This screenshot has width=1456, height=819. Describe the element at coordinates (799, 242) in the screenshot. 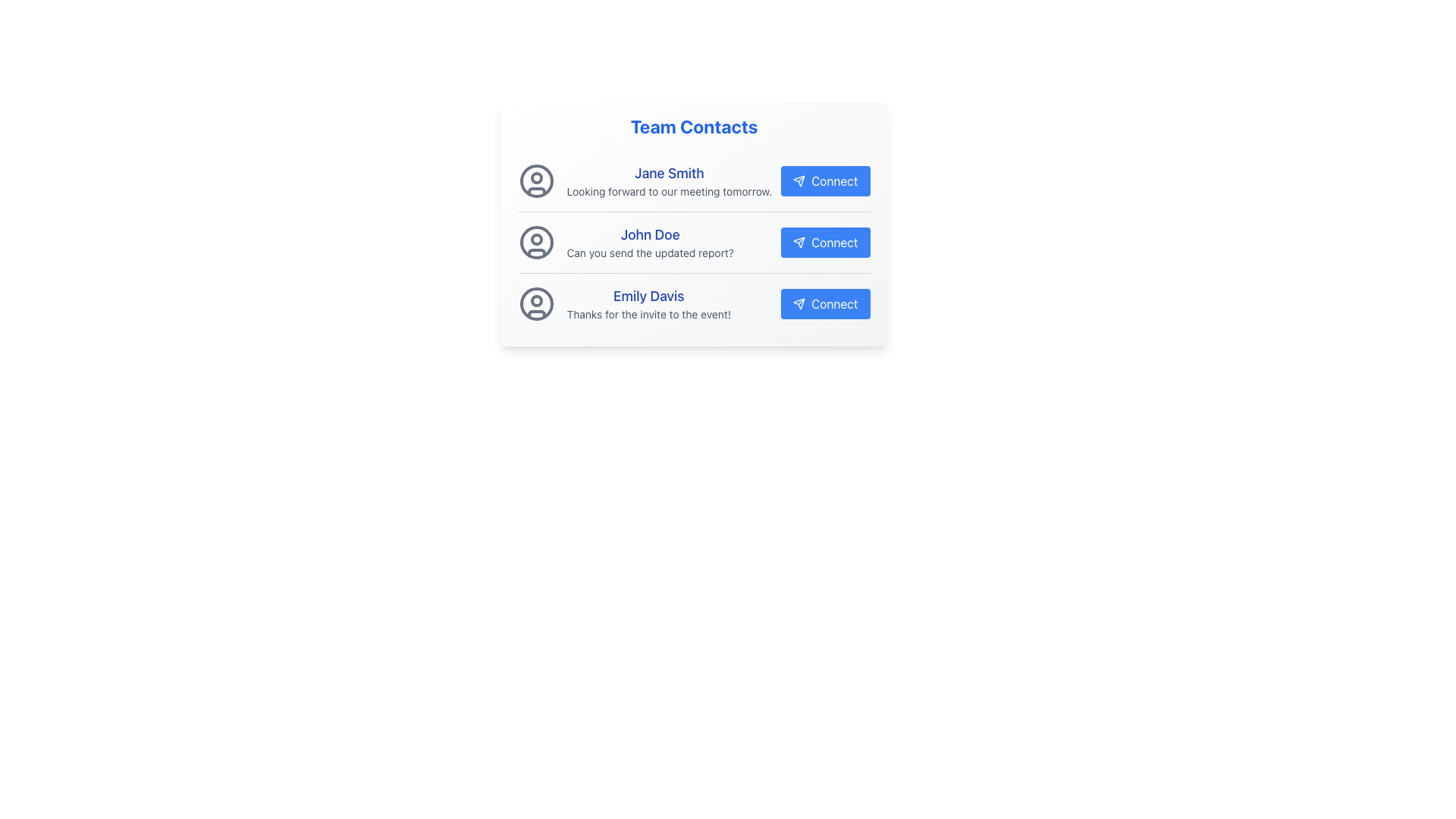

I see `the send icon that represents the action of sending a connection request, located to the left of the 'Connect' label for the button associated with 'John Doe'` at that location.